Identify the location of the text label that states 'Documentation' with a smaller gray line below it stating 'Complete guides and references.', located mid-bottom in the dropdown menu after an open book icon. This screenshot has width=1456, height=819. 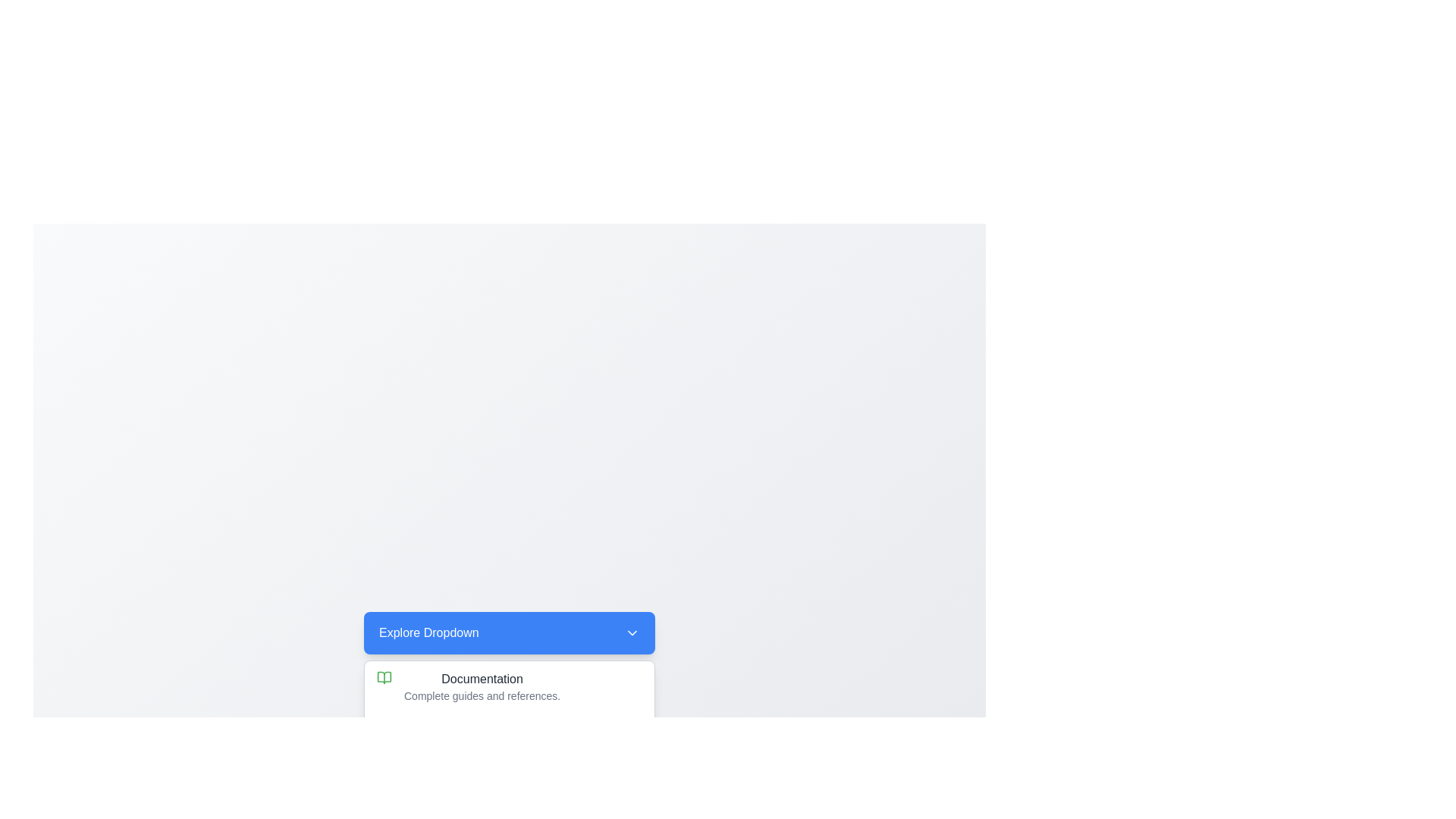
(482, 687).